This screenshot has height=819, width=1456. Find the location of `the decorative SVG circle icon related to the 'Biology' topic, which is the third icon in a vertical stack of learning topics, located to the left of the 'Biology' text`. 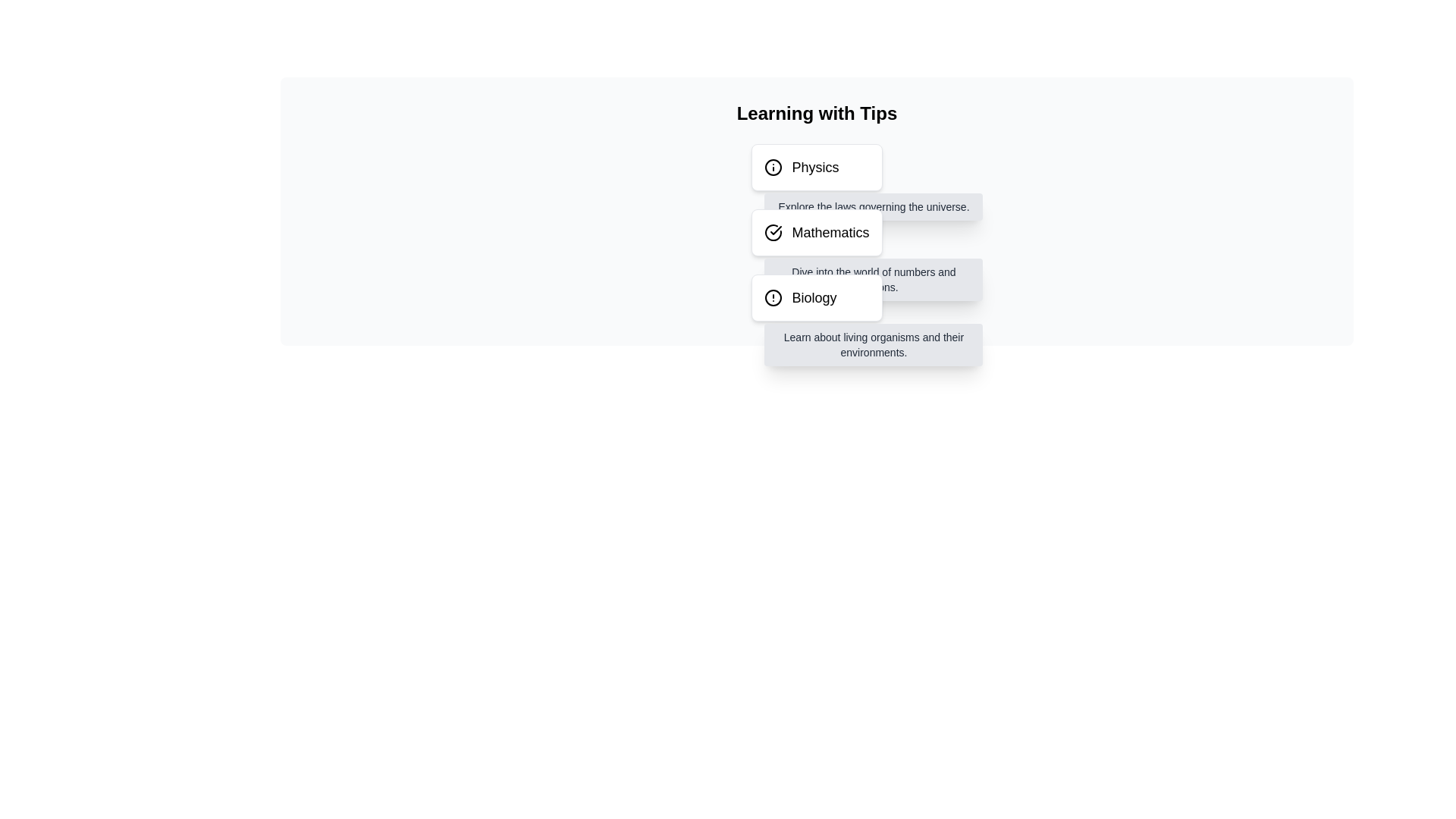

the decorative SVG circle icon related to the 'Biology' topic, which is the third icon in a vertical stack of learning topics, located to the left of the 'Biology' text is located at coordinates (773, 298).